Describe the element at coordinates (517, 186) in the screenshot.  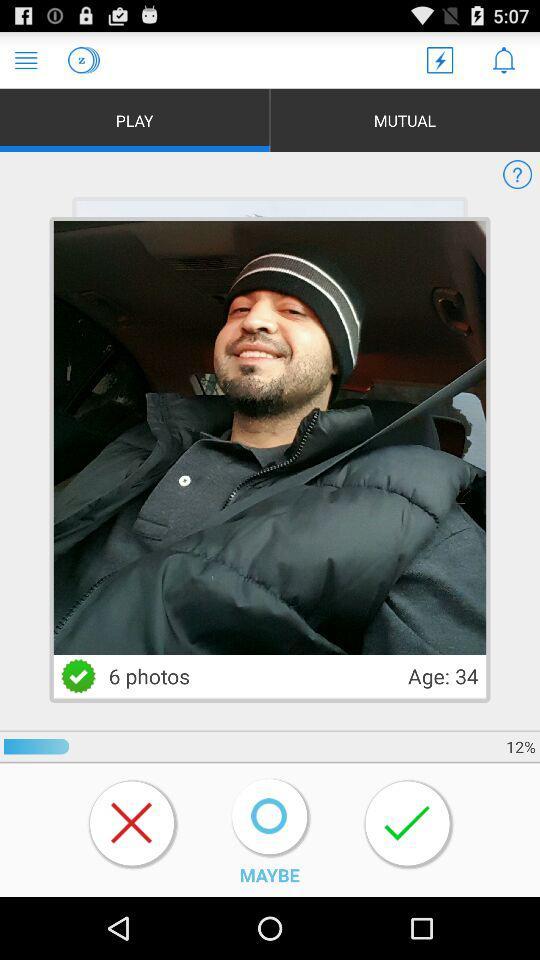
I see `the help icon` at that location.